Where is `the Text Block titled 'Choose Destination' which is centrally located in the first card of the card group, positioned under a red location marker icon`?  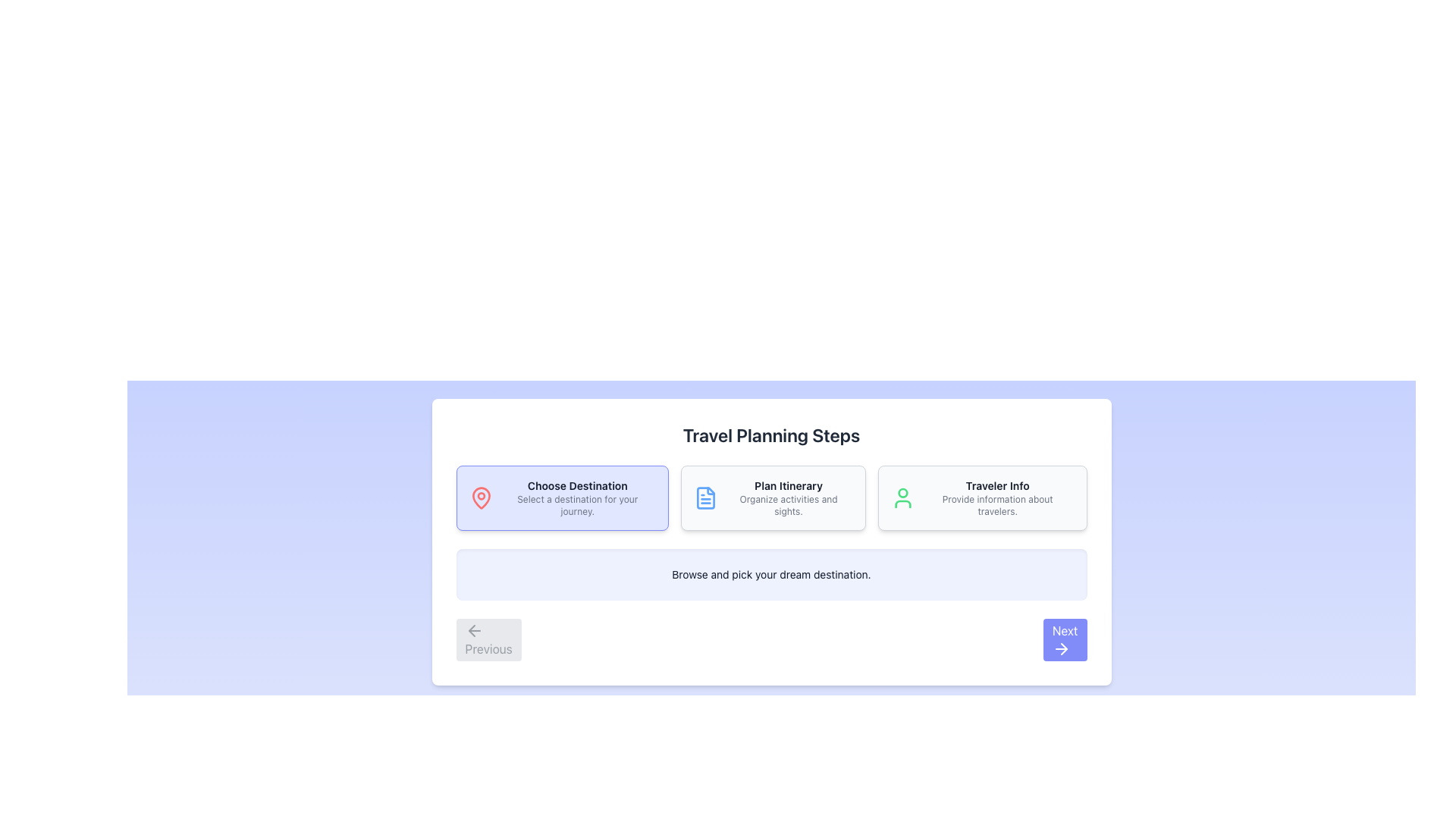 the Text Block titled 'Choose Destination' which is centrally located in the first card of the card group, positioned under a red location marker icon is located at coordinates (576, 497).